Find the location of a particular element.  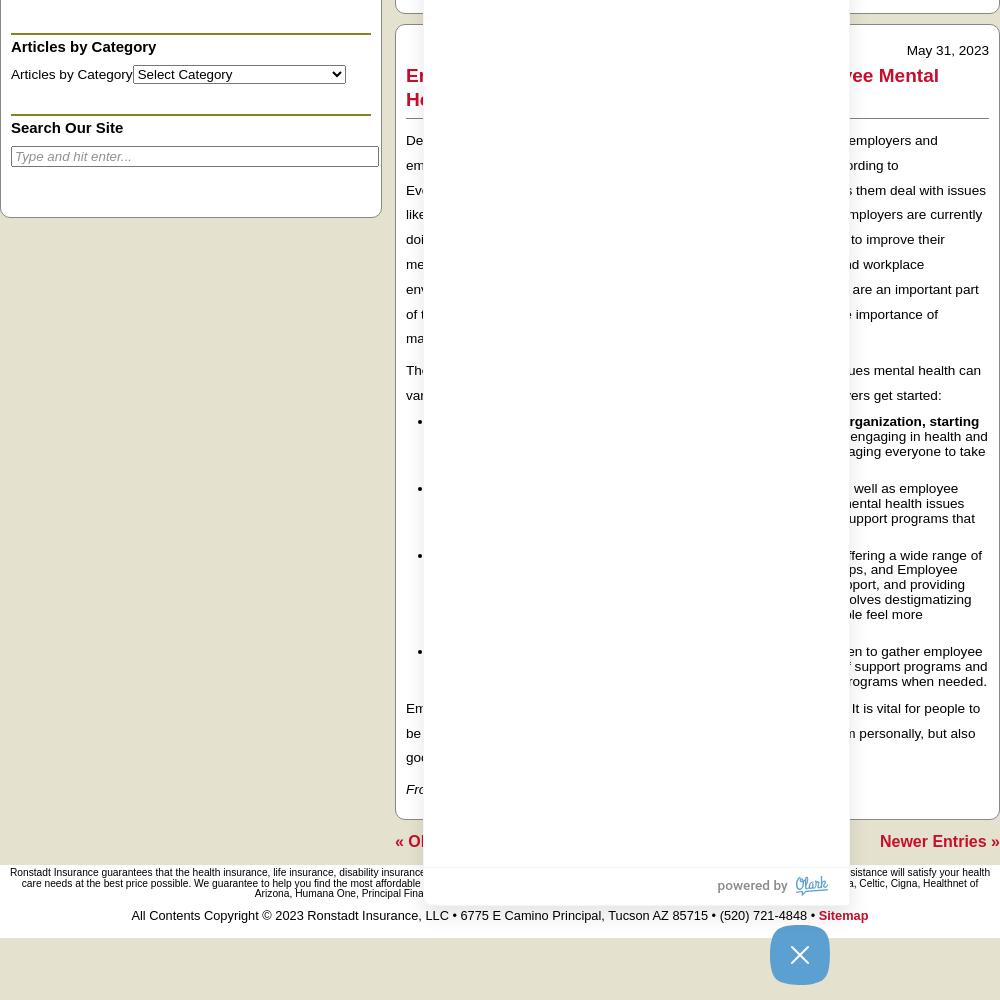

'Keep the lines of communication open to gather employee feedback on their mental health status, as well as the effectiveness of support programs and initiatives. It is also important to make adjustments to mental health programs when needed.' is located at coordinates (709, 666).